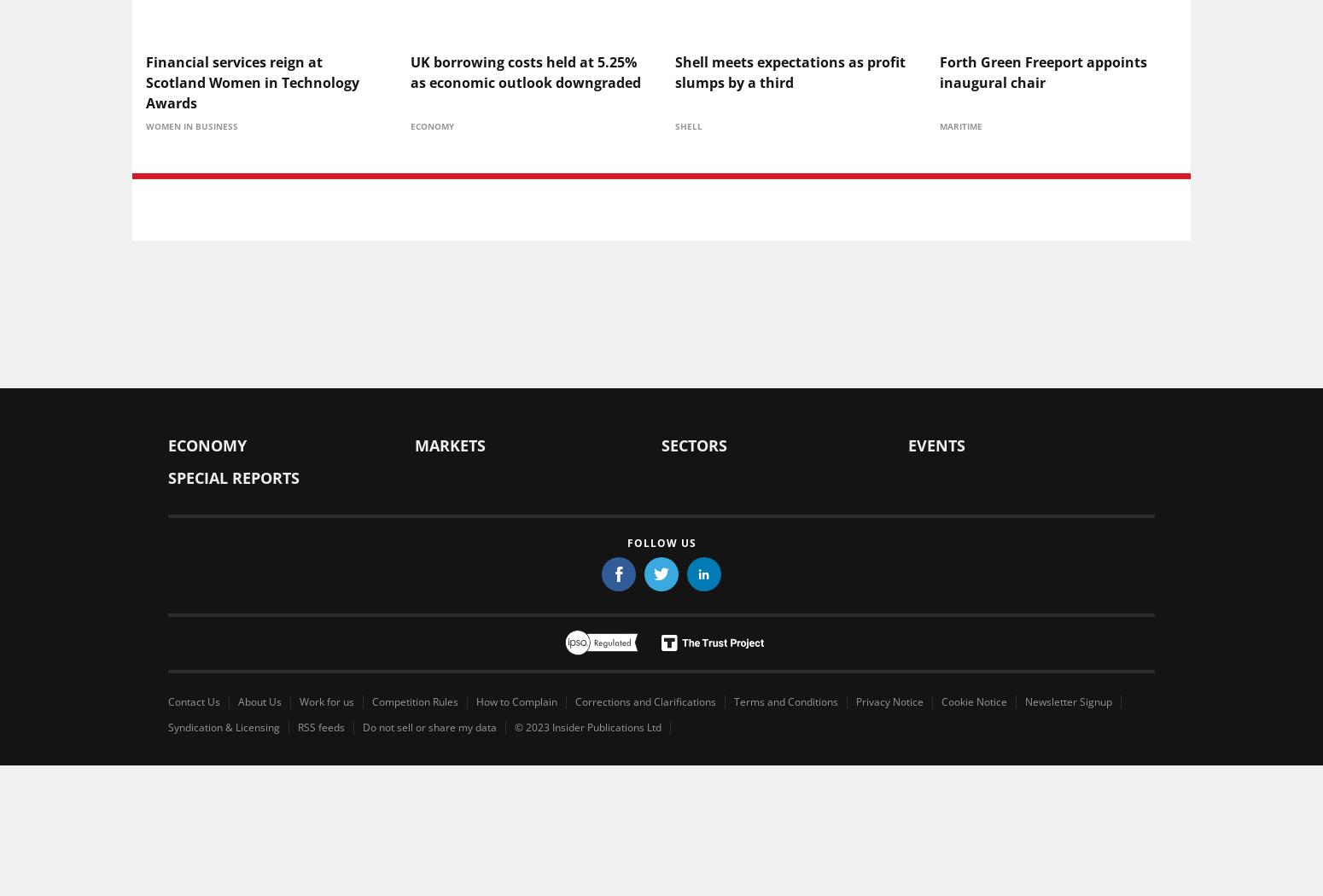 Image resolution: width=1323 pixels, height=896 pixels. What do you see at coordinates (935, 444) in the screenshot?
I see `'Events'` at bounding box center [935, 444].